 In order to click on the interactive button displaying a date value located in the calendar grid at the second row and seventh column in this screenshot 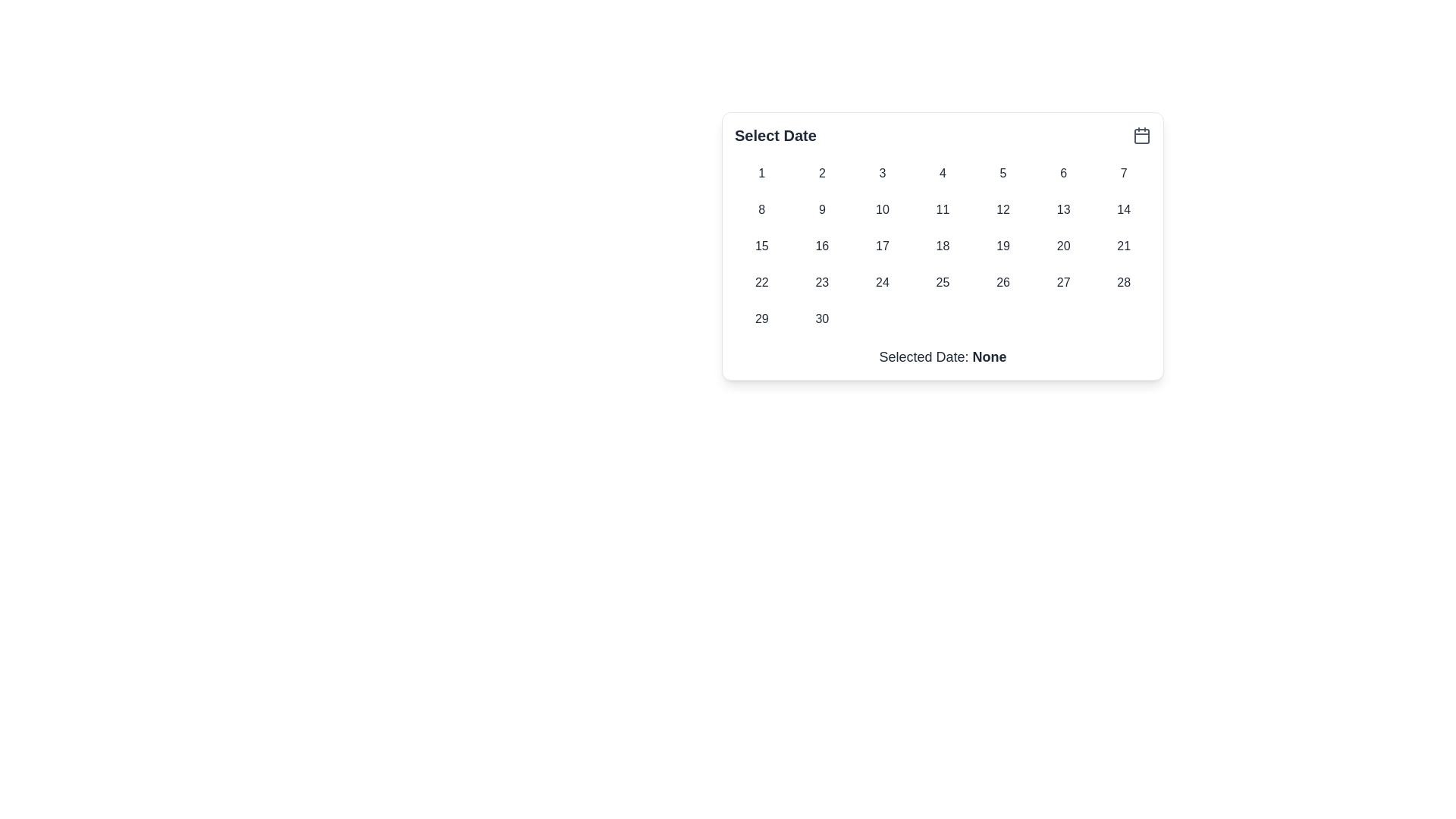, I will do `click(1124, 210)`.